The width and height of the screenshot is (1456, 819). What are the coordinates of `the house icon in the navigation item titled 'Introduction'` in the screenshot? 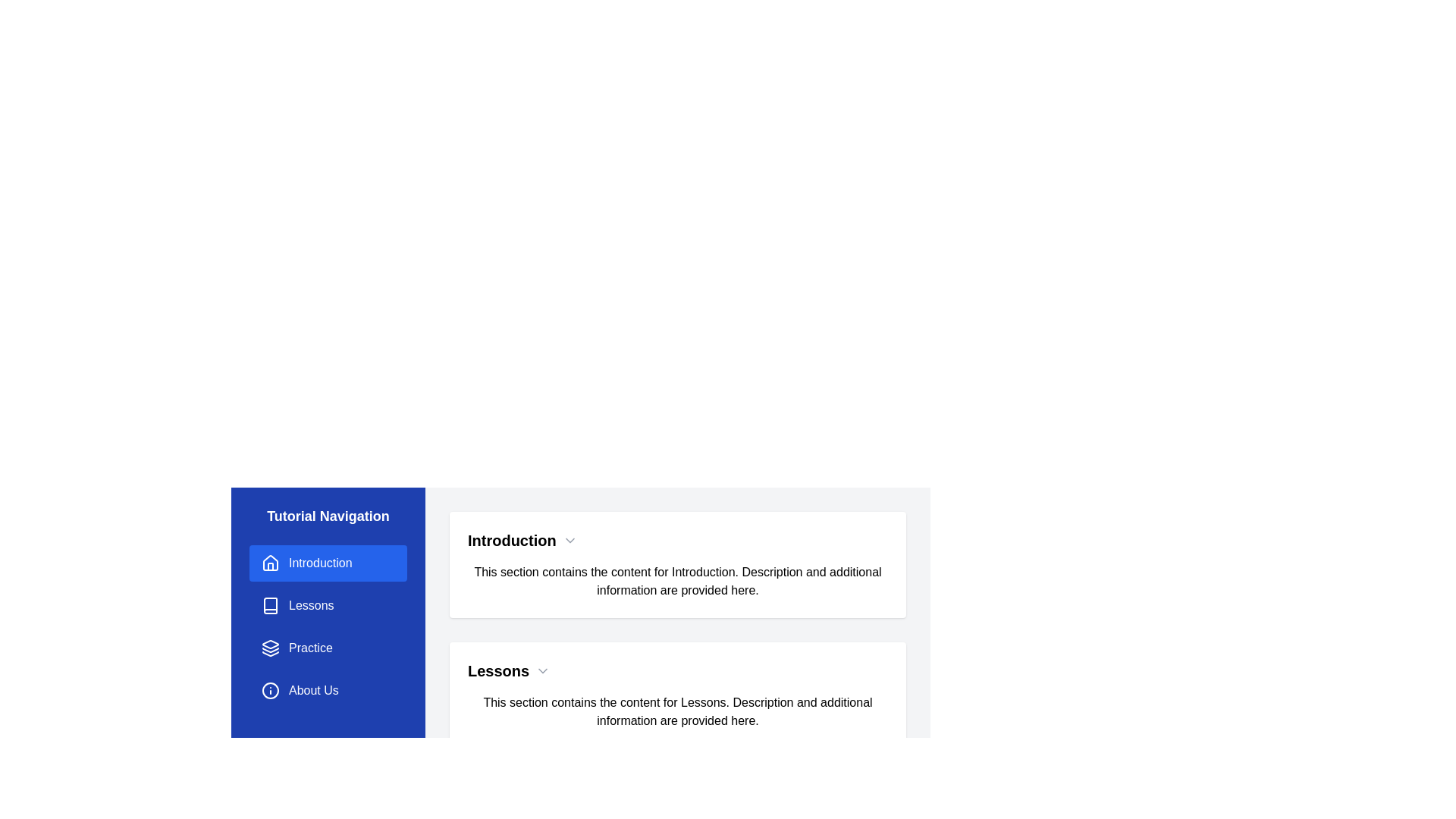 It's located at (270, 563).